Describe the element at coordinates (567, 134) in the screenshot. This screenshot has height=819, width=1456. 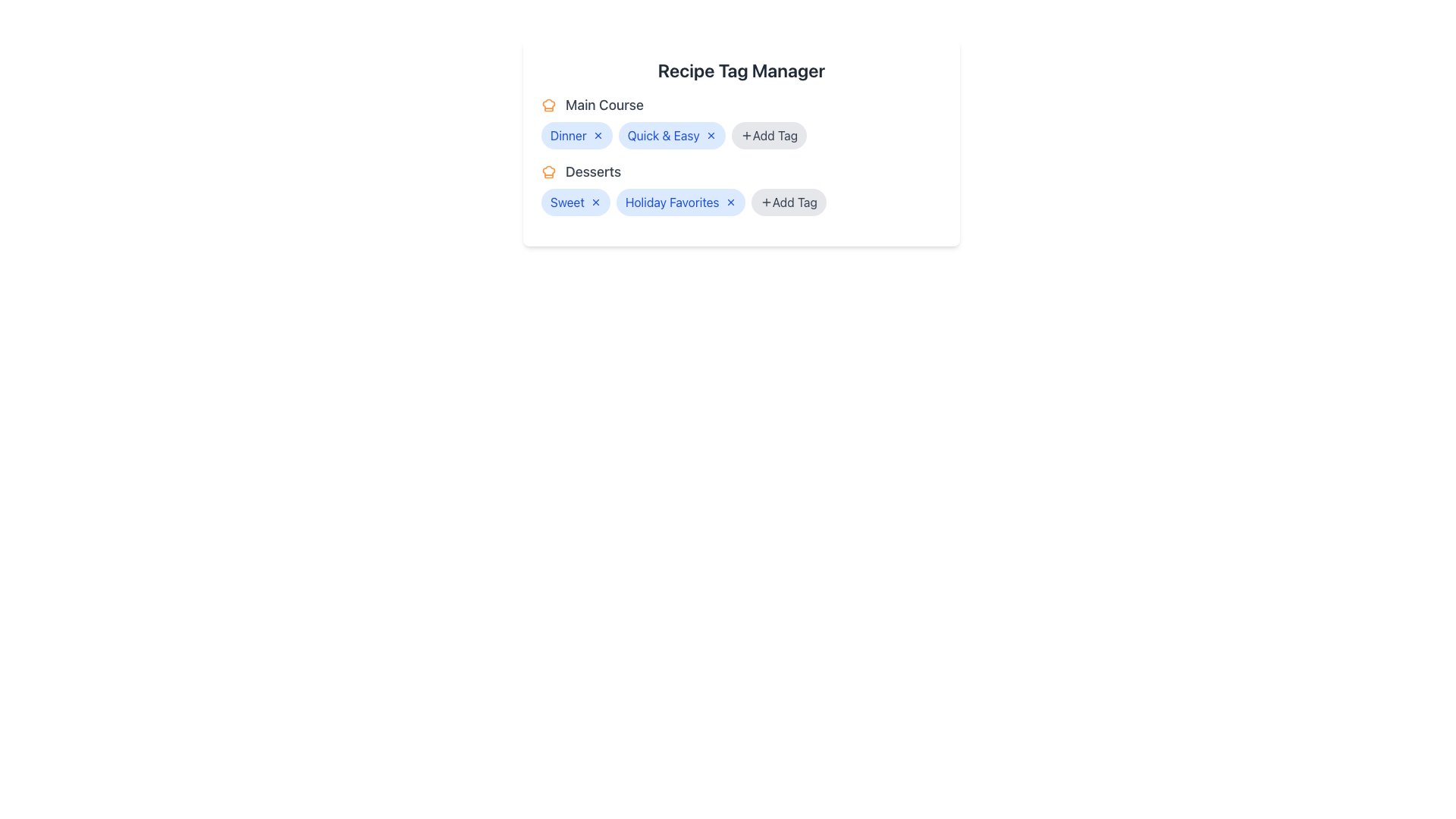
I see `the text label displaying 'Dinner' which is styled with a blue font and is located under the 'Main Course' heading, positioned next to 'Quick & Easy'` at that location.